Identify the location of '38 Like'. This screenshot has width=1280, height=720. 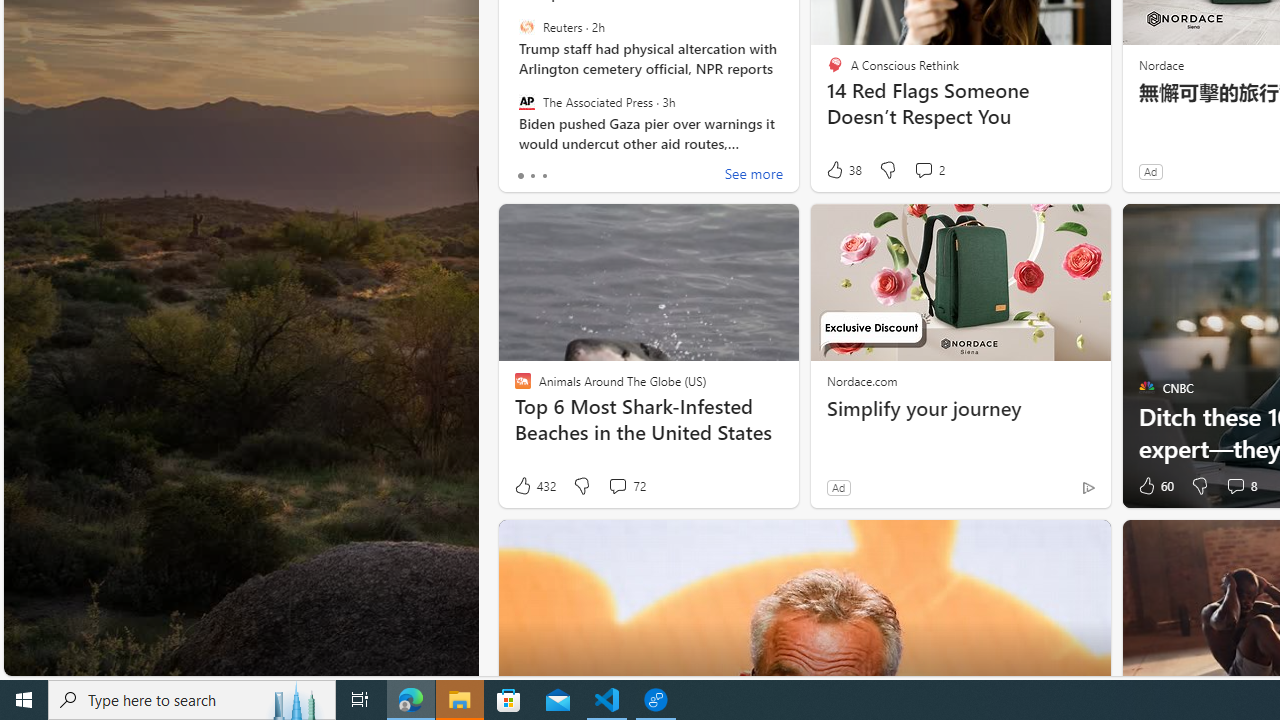
(843, 169).